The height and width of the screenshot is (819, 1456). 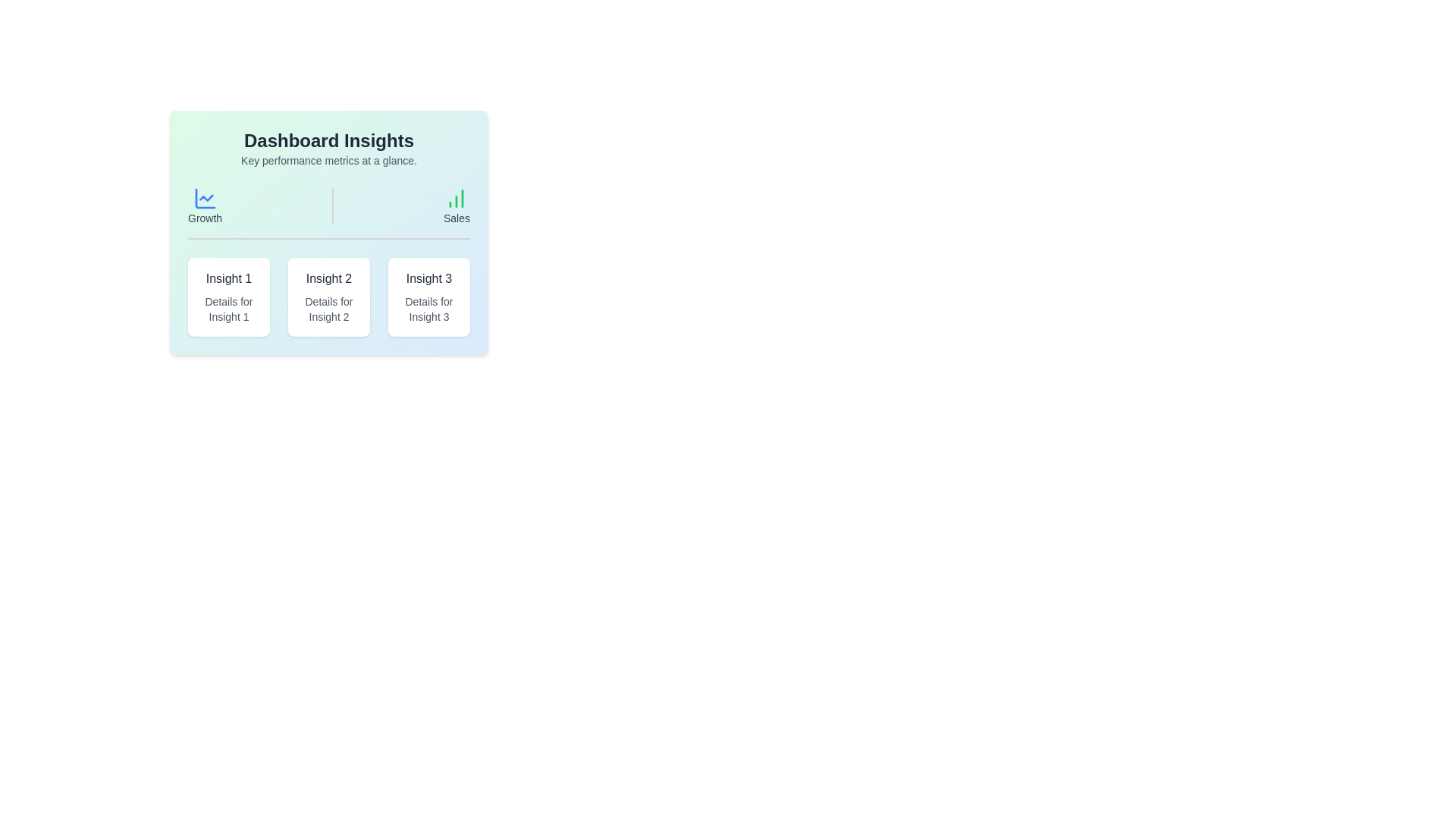 I want to click on the Informational Card titled 'Insight 2' that features a bold title, so click(x=328, y=297).